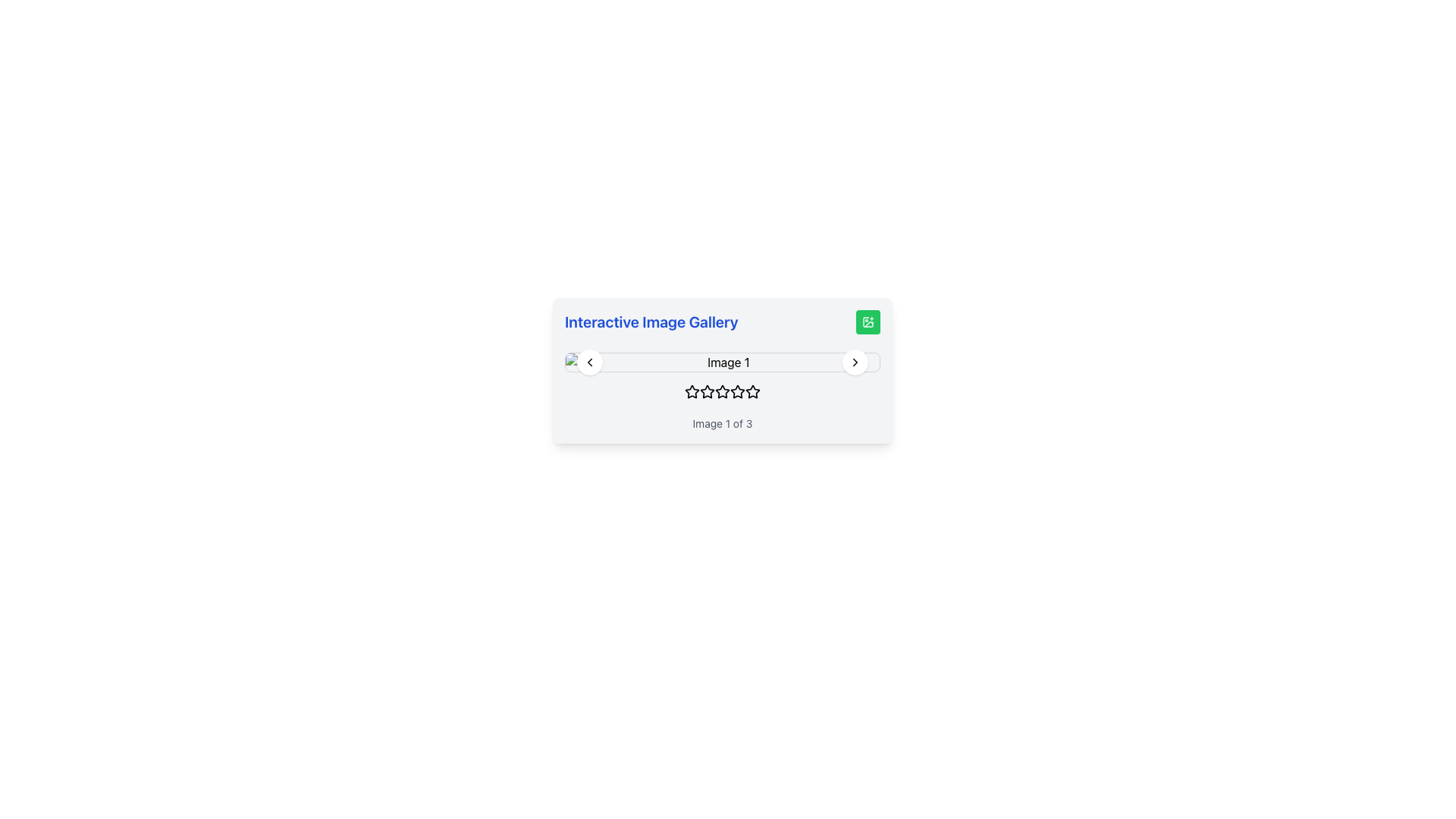 This screenshot has height=819, width=1456. Describe the element at coordinates (722, 424) in the screenshot. I see `text label 'Image 1 of 3' located at the bottom section of the gallery display component` at that location.